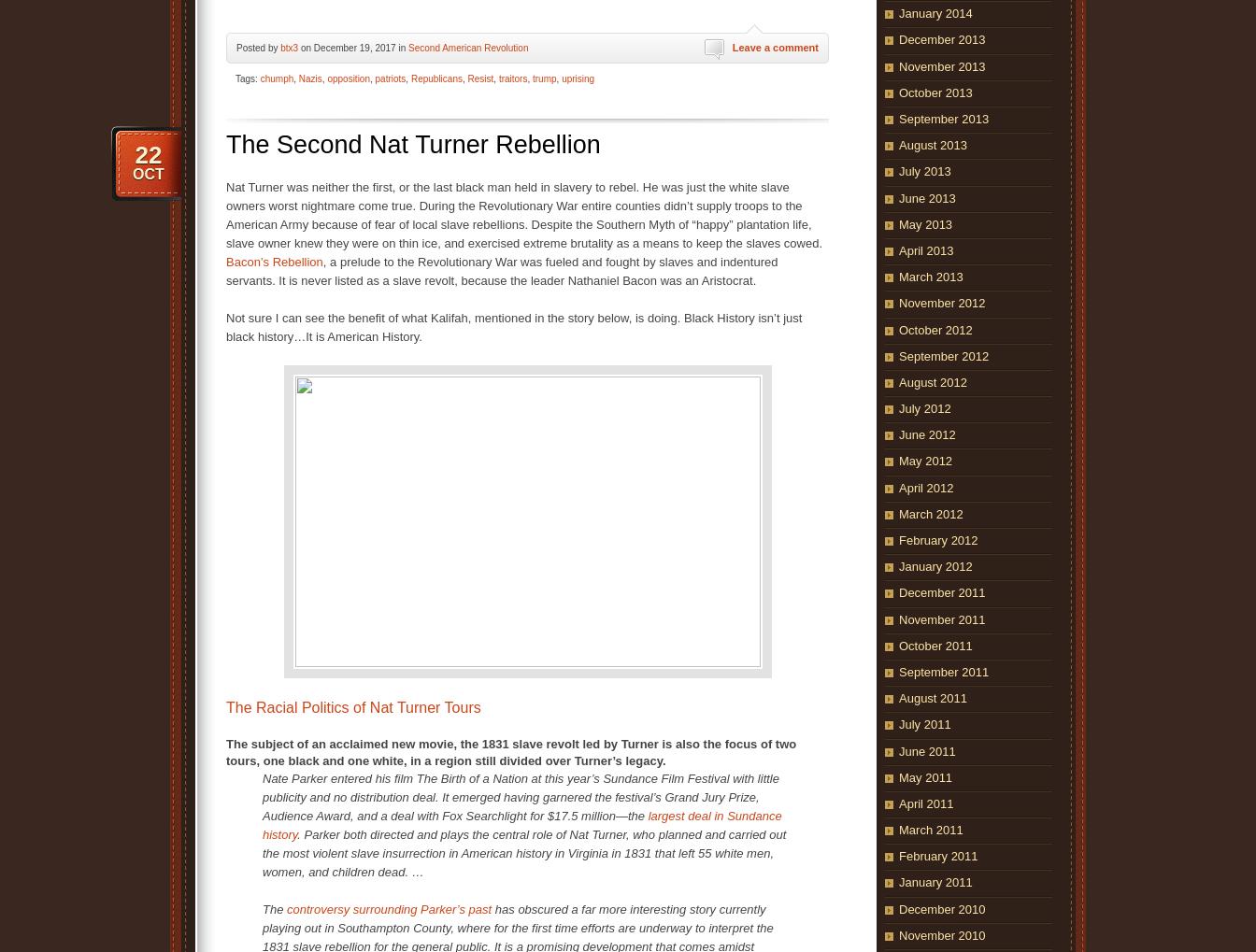  What do you see at coordinates (352, 47) in the screenshot?
I see `'on December 19, 2017 in'` at bounding box center [352, 47].